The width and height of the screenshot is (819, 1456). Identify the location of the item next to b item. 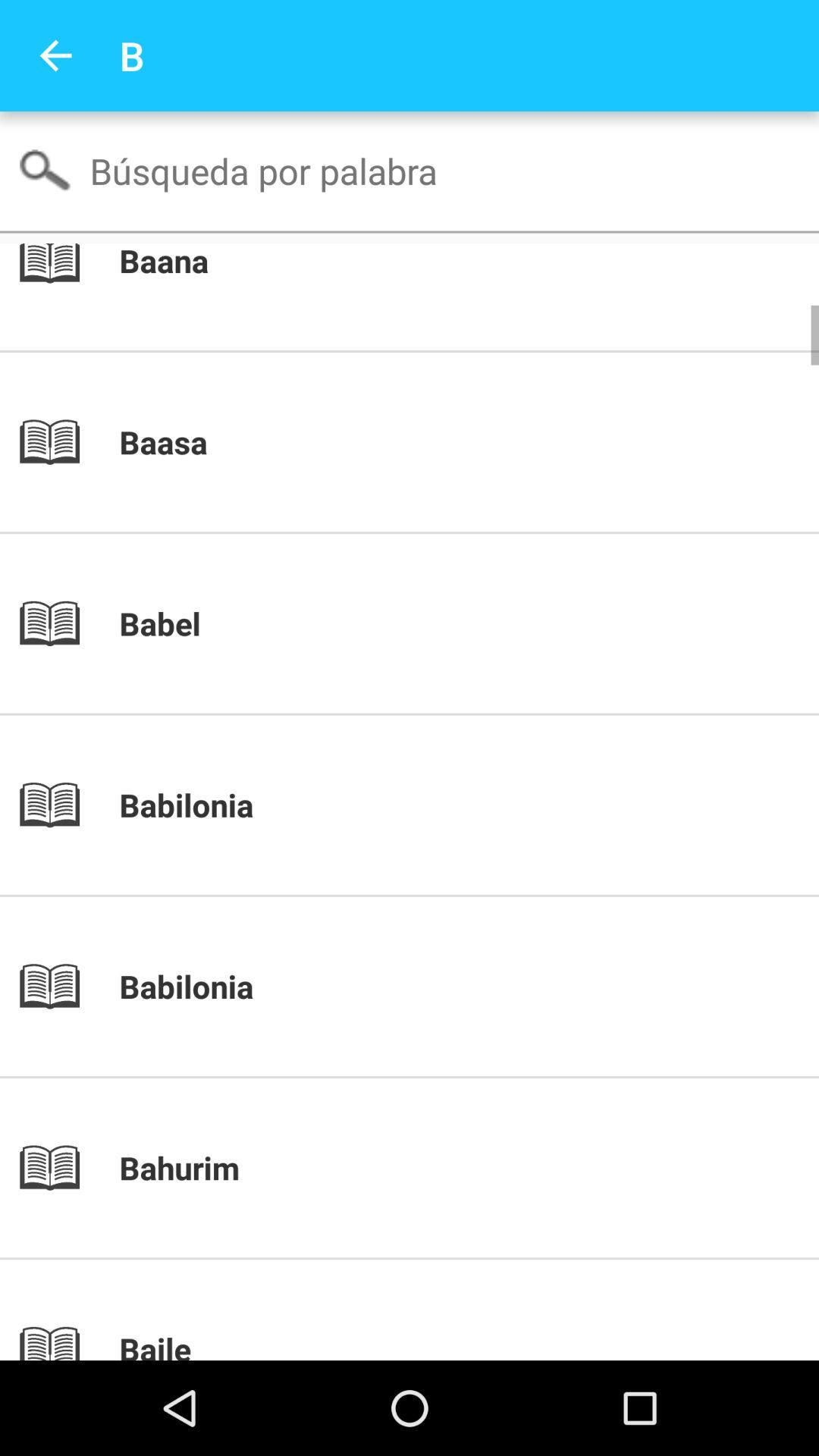
(55, 55).